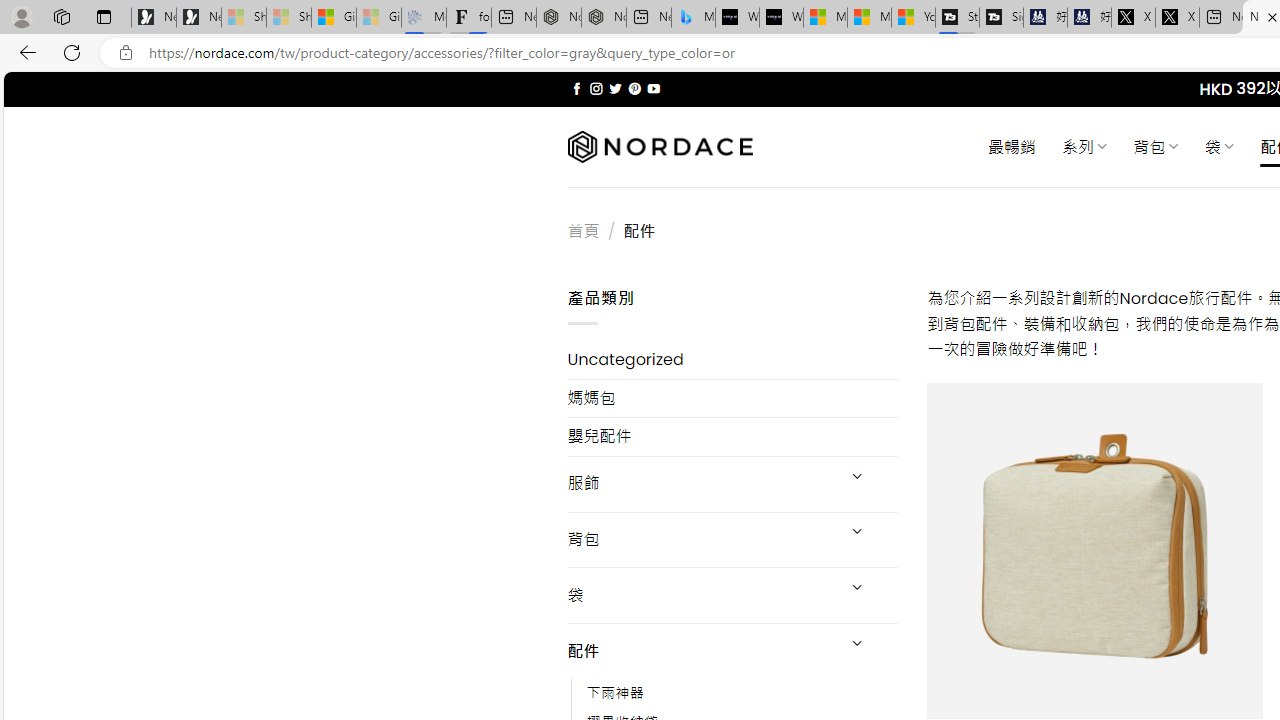  What do you see at coordinates (693, 17) in the screenshot?
I see `'Microsoft Bing Travel - Shangri-La Hotel Bangkok'` at bounding box center [693, 17].